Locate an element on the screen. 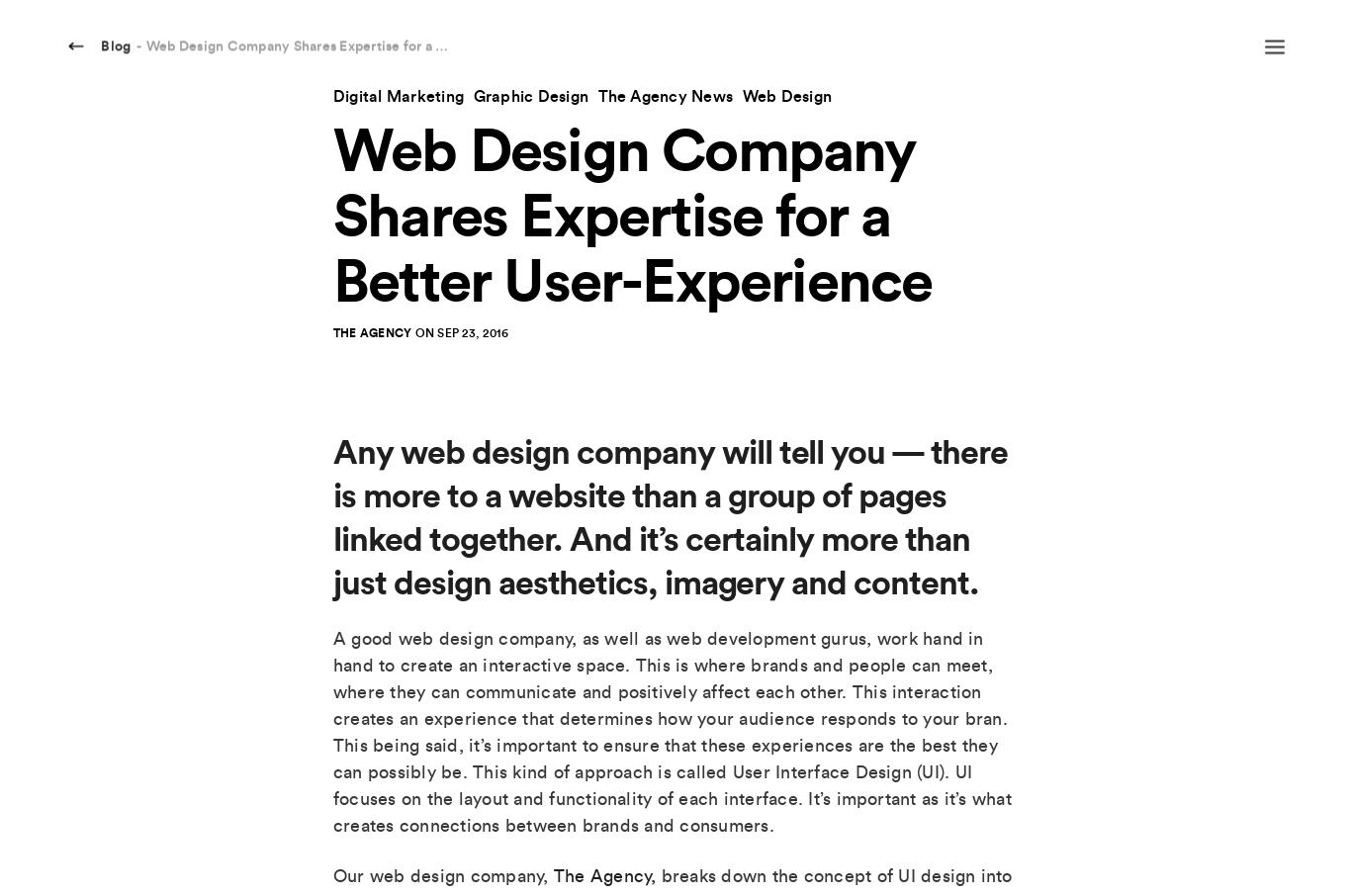 This screenshot has width=1351, height=896. 'The Agency News' is located at coordinates (596, 95).